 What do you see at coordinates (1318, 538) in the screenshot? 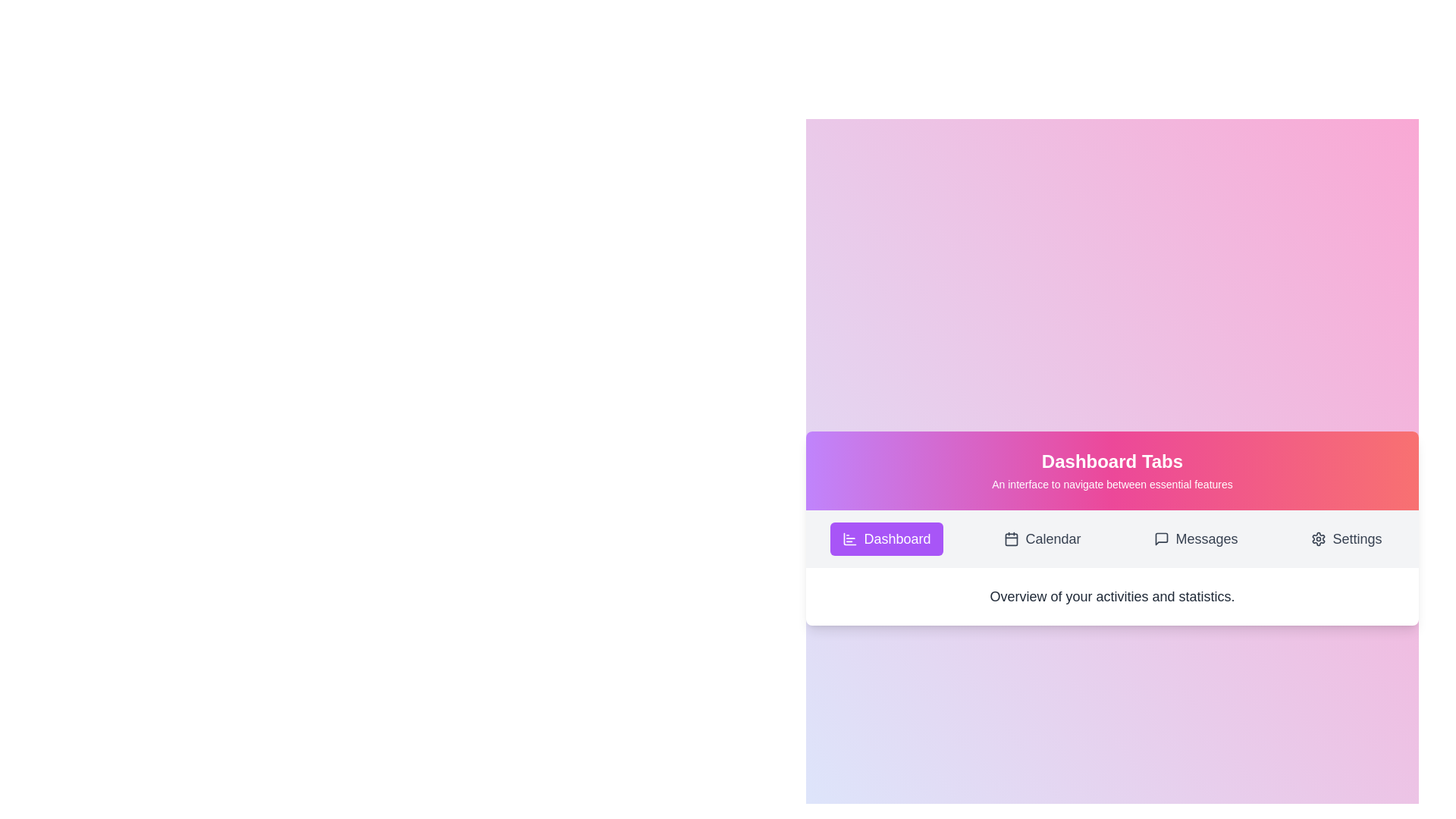
I see `the gear icon on the far right of the navigation bar` at bounding box center [1318, 538].